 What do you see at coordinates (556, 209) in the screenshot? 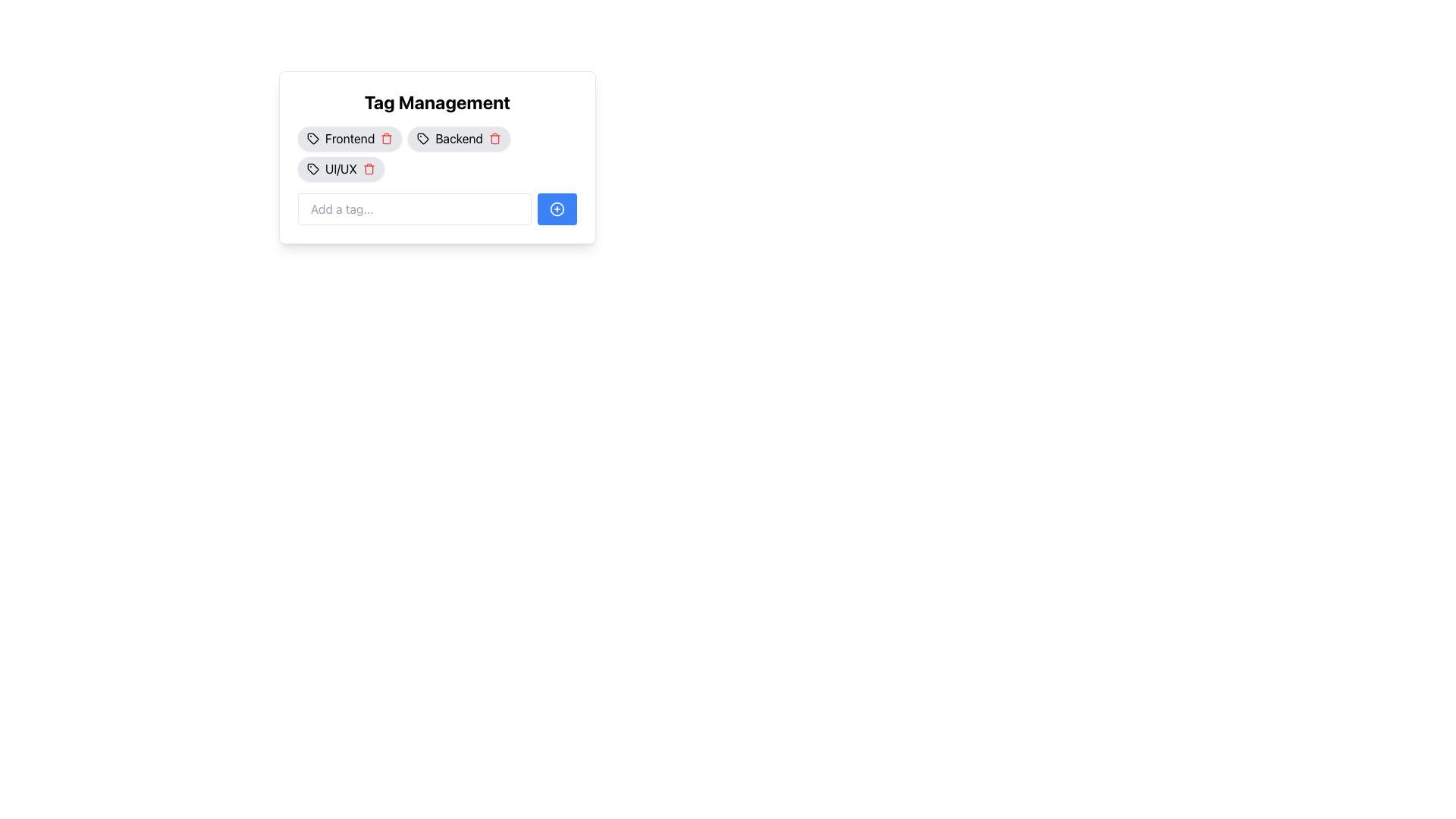
I see `the circular 'Add' button located at the bottom-right corner of the tag management interface, which is used for adding new tags or items` at bounding box center [556, 209].